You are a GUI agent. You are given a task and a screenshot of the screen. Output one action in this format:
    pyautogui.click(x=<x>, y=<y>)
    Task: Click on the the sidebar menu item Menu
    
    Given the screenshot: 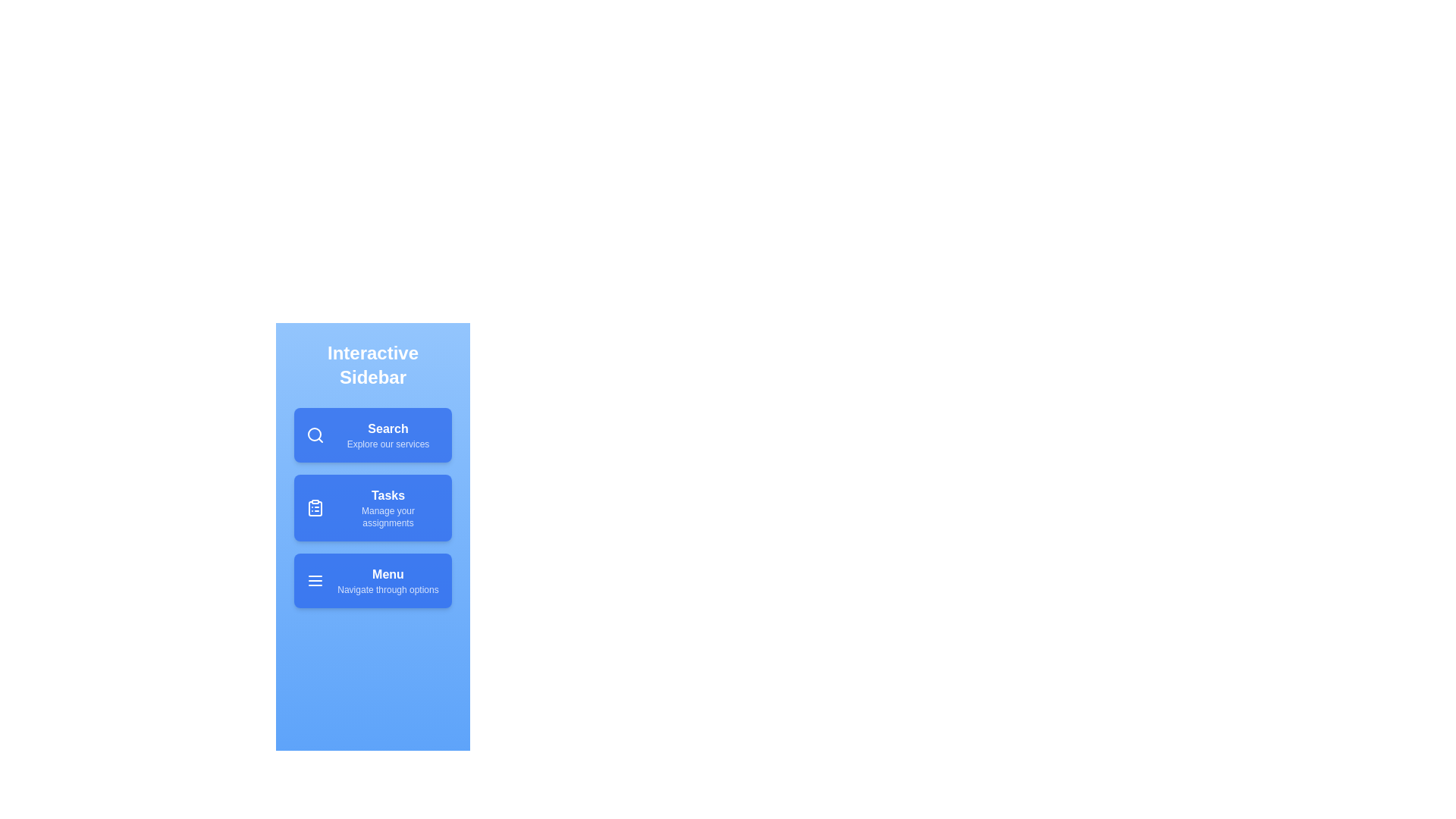 What is the action you would take?
    pyautogui.click(x=372, y=580)
    